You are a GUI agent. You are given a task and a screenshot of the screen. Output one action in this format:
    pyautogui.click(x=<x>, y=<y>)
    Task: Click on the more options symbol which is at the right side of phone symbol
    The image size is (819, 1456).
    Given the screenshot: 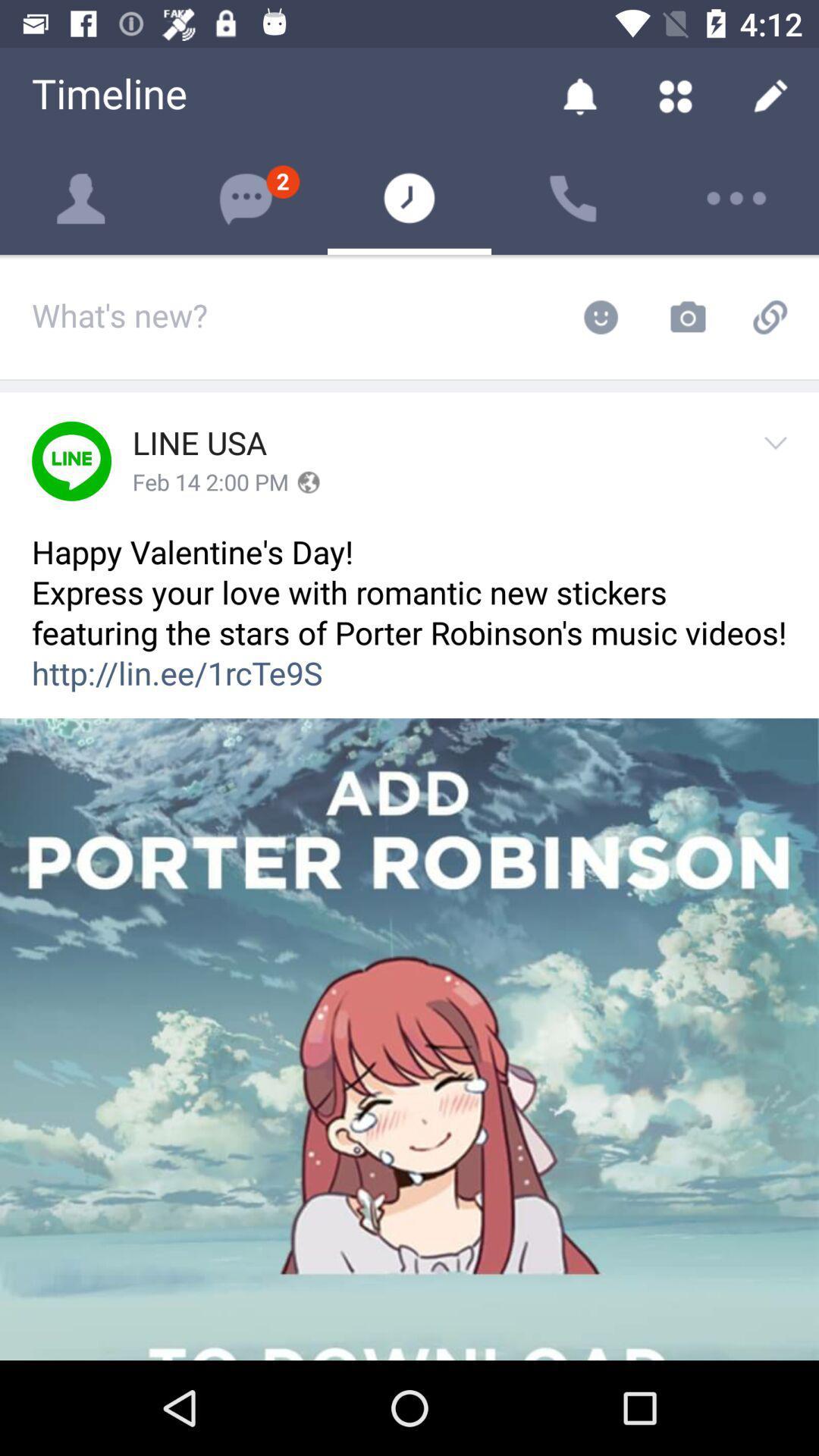 What is the action you would take?
    pyautogui.click(x=736, y=198)
    